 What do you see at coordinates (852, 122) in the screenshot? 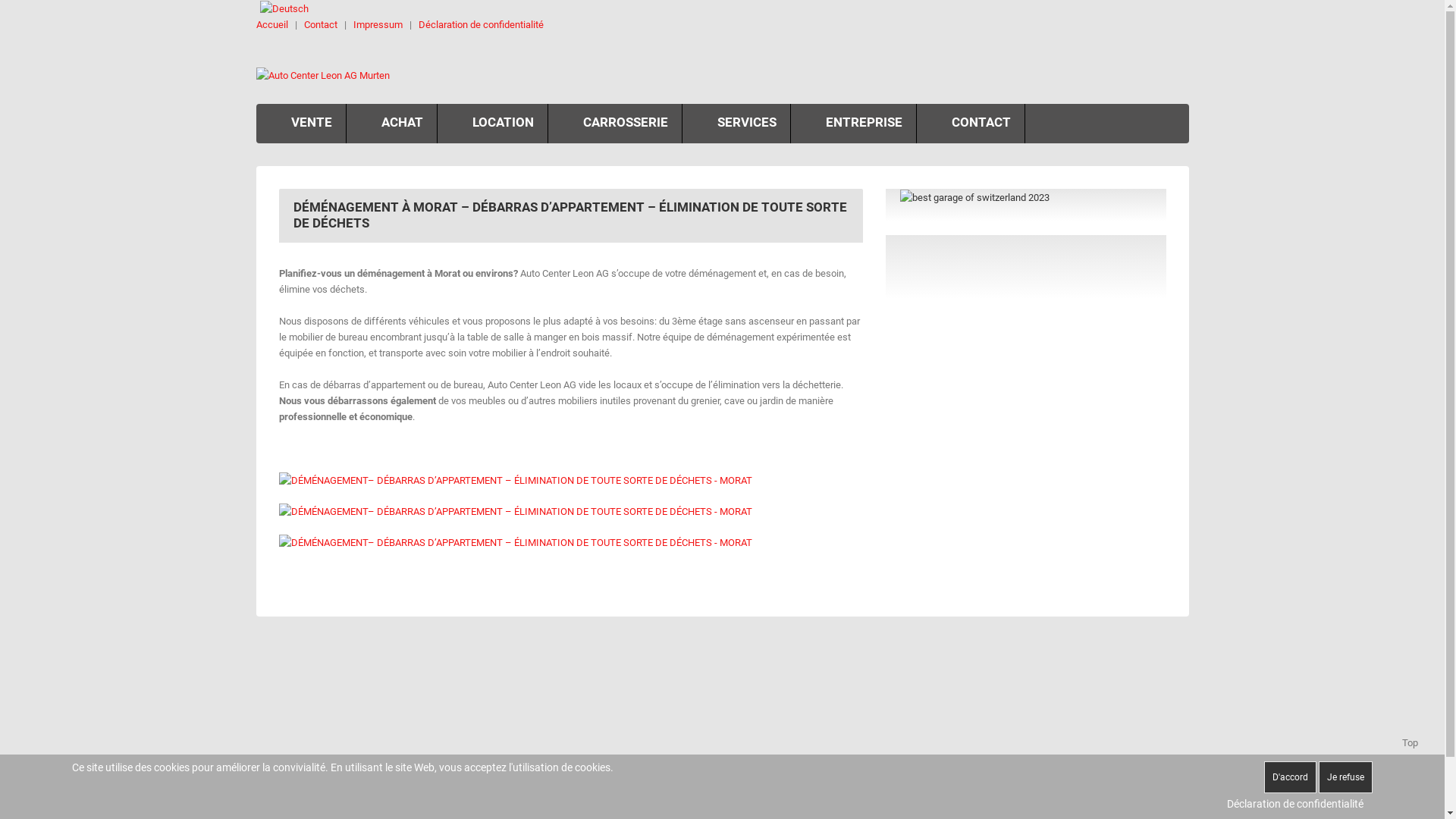
I see `'ENTREPRISE'` at bounding box center [852, 122].